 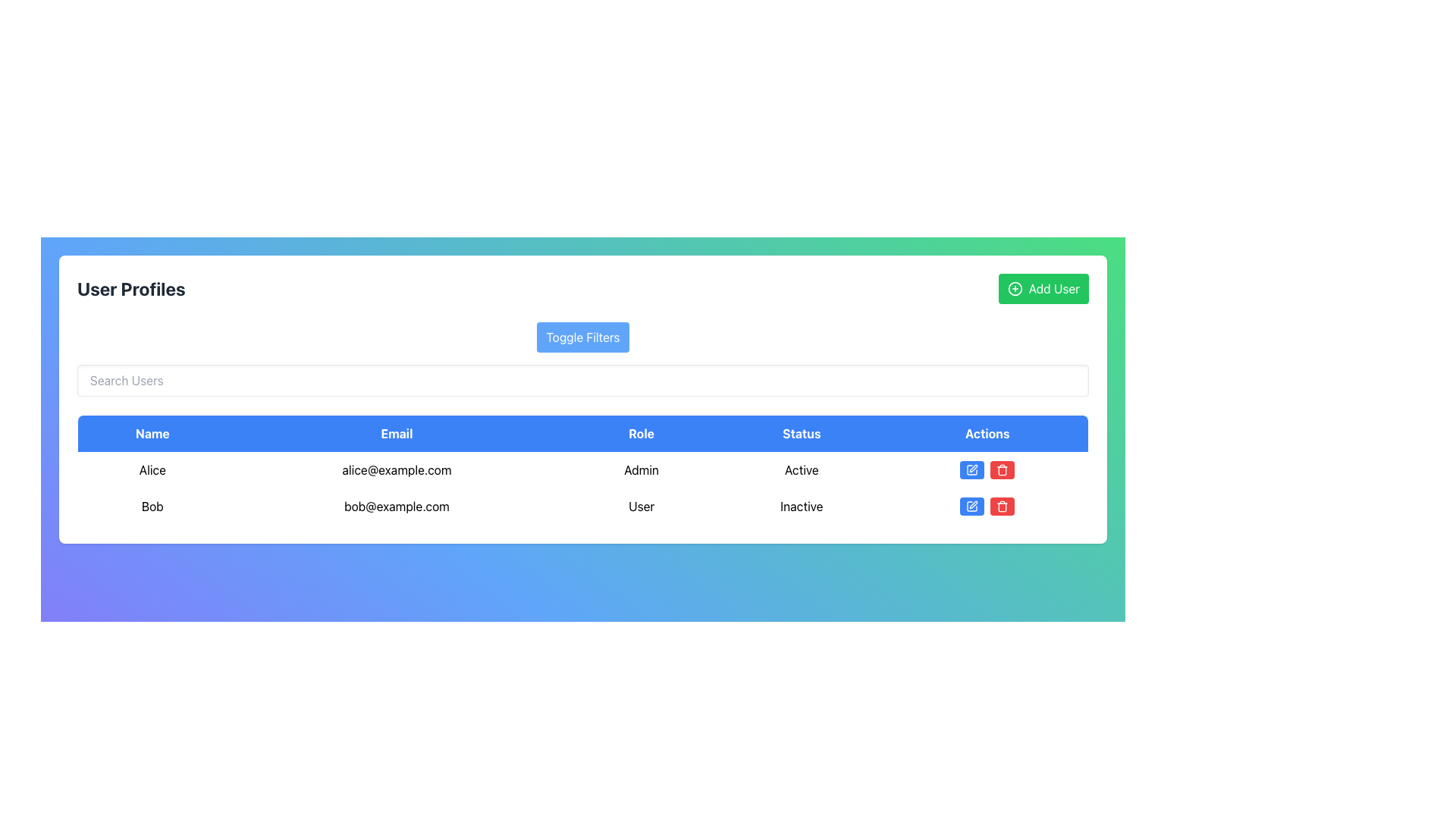 What do you see at coordinates (1003, 470) in the screenshot?
I see `the Trash Can icon in the Actions column of the second row in the User Profiles table` at bounding box center [1003, 470].